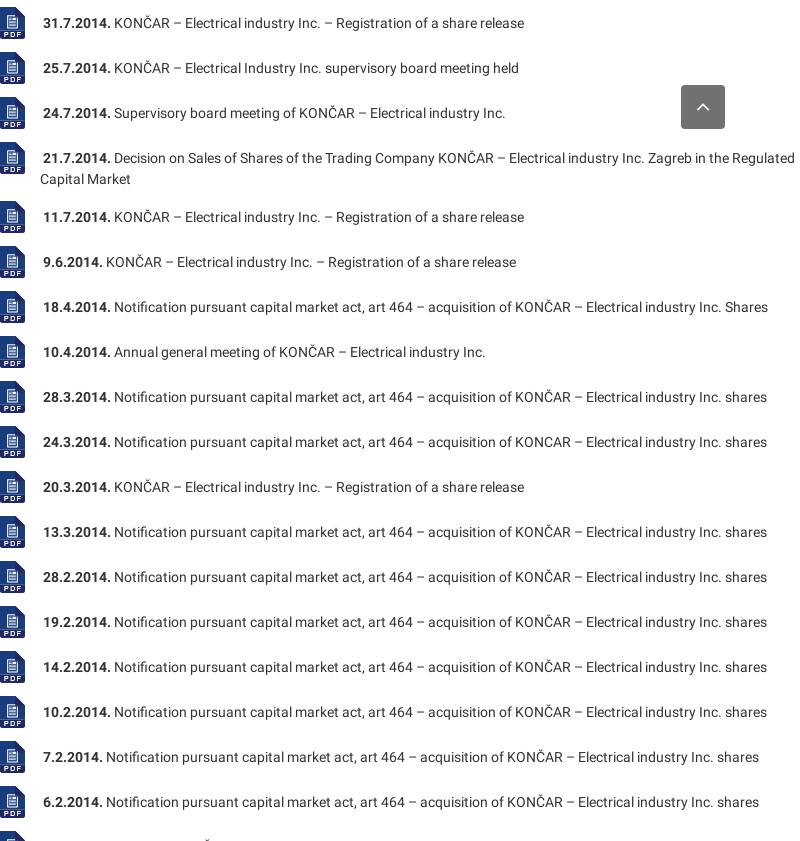 The image size is (800, 841). What do you see at coordinates (77, 350) in the screenshot?
I see `'10.4.2014.'` at bounding box center [77, 350].